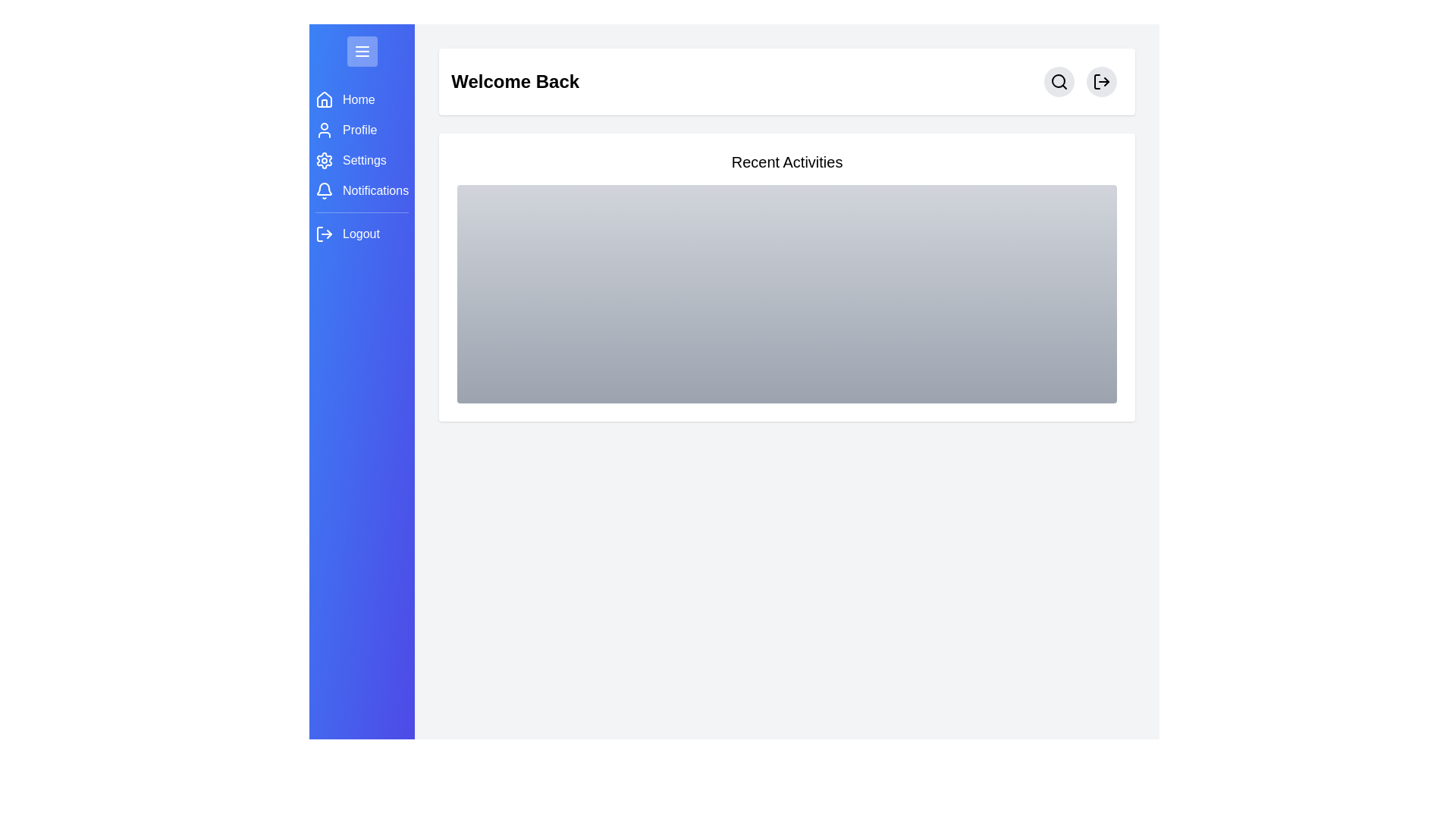  Describe the element at coordinates (358, 99) in the screenshot. I see `the 'Home' text label in the left vertical navigation bar` at that location.